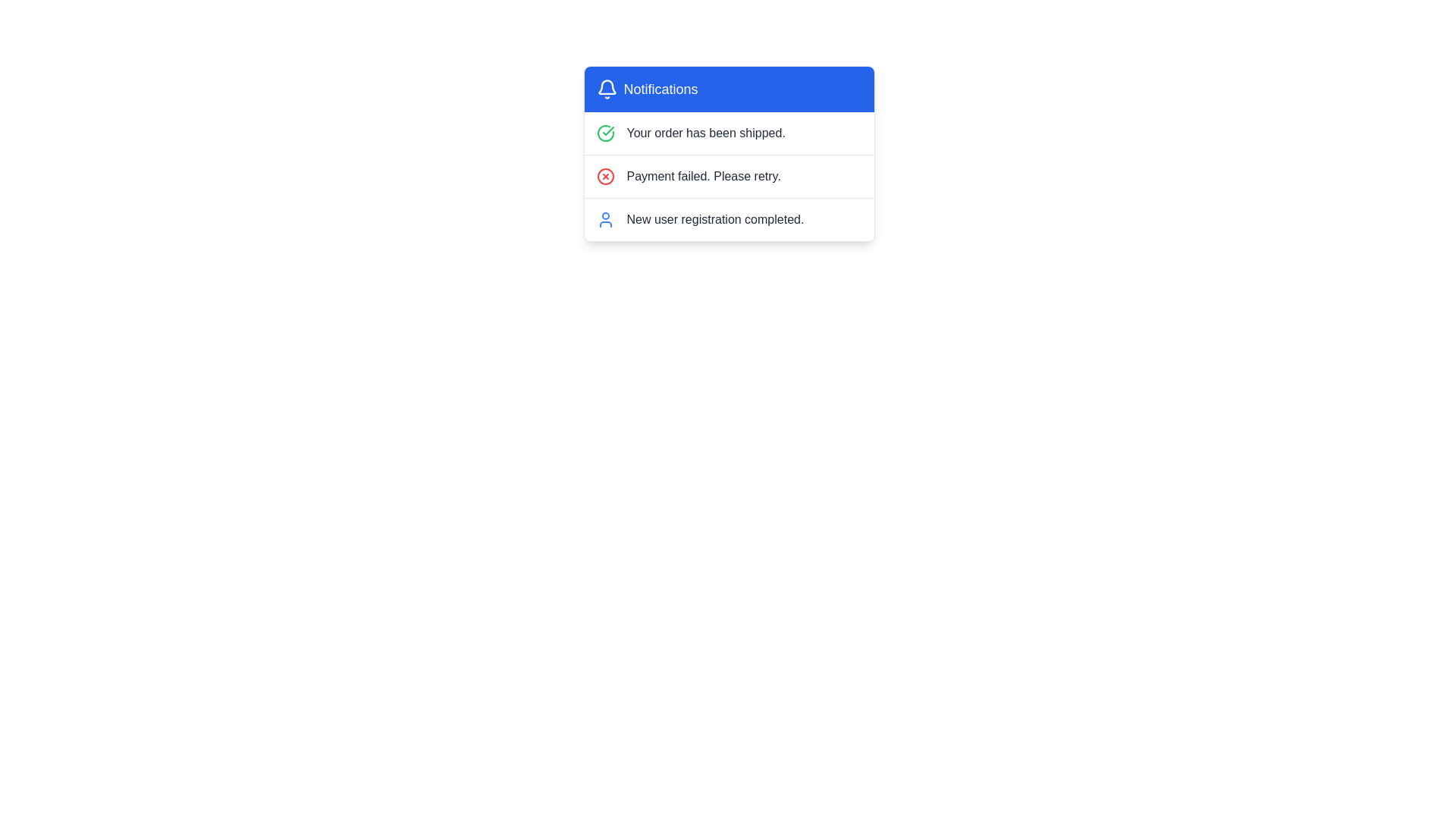  Describe the element at coordinates (729, 133) in the screenshot. I see `the notification item with a green circle check mark and text 'Your order has been shipped.' for further details` at that location.